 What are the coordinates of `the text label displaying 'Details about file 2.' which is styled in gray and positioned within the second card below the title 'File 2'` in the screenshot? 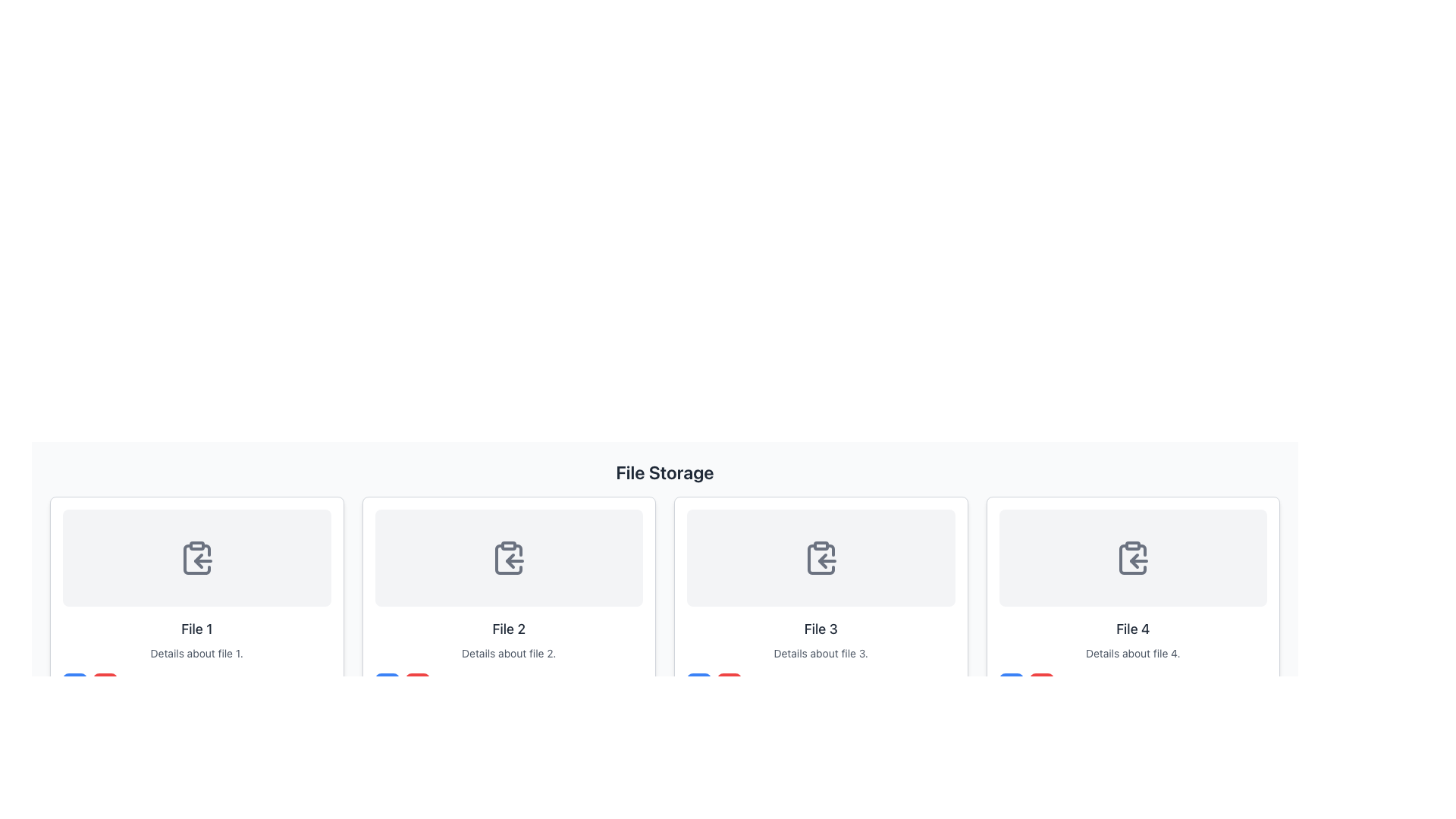 It's located at (509, 652).